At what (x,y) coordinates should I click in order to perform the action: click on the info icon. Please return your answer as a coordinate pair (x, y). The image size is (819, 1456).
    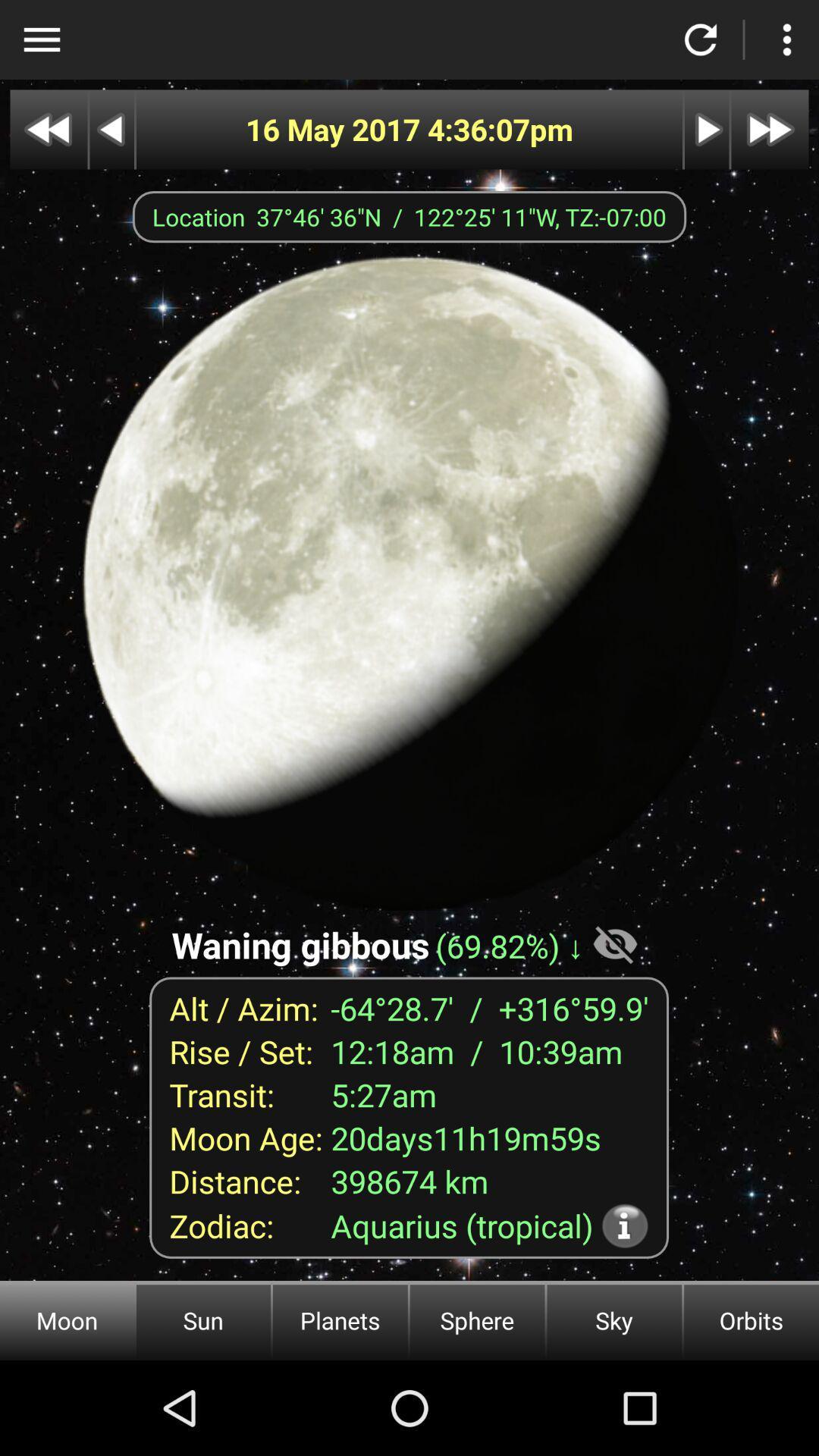
    Looking at the image, I should click on (625, 1225).